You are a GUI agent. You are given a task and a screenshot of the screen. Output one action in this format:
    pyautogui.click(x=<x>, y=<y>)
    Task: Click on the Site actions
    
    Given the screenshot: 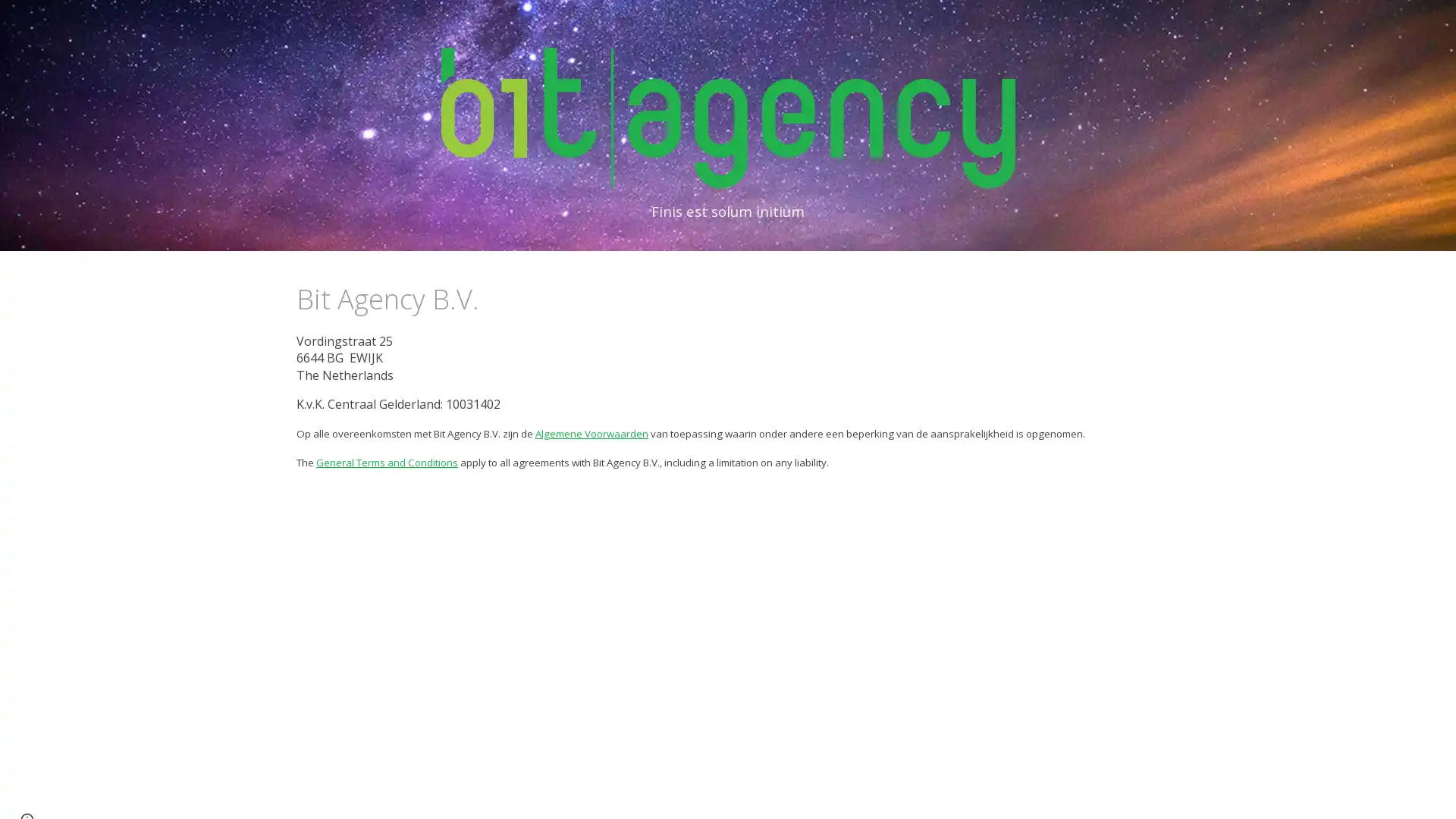 What is the action you would take?
    pyautogui.click(x=27, y=792)
    